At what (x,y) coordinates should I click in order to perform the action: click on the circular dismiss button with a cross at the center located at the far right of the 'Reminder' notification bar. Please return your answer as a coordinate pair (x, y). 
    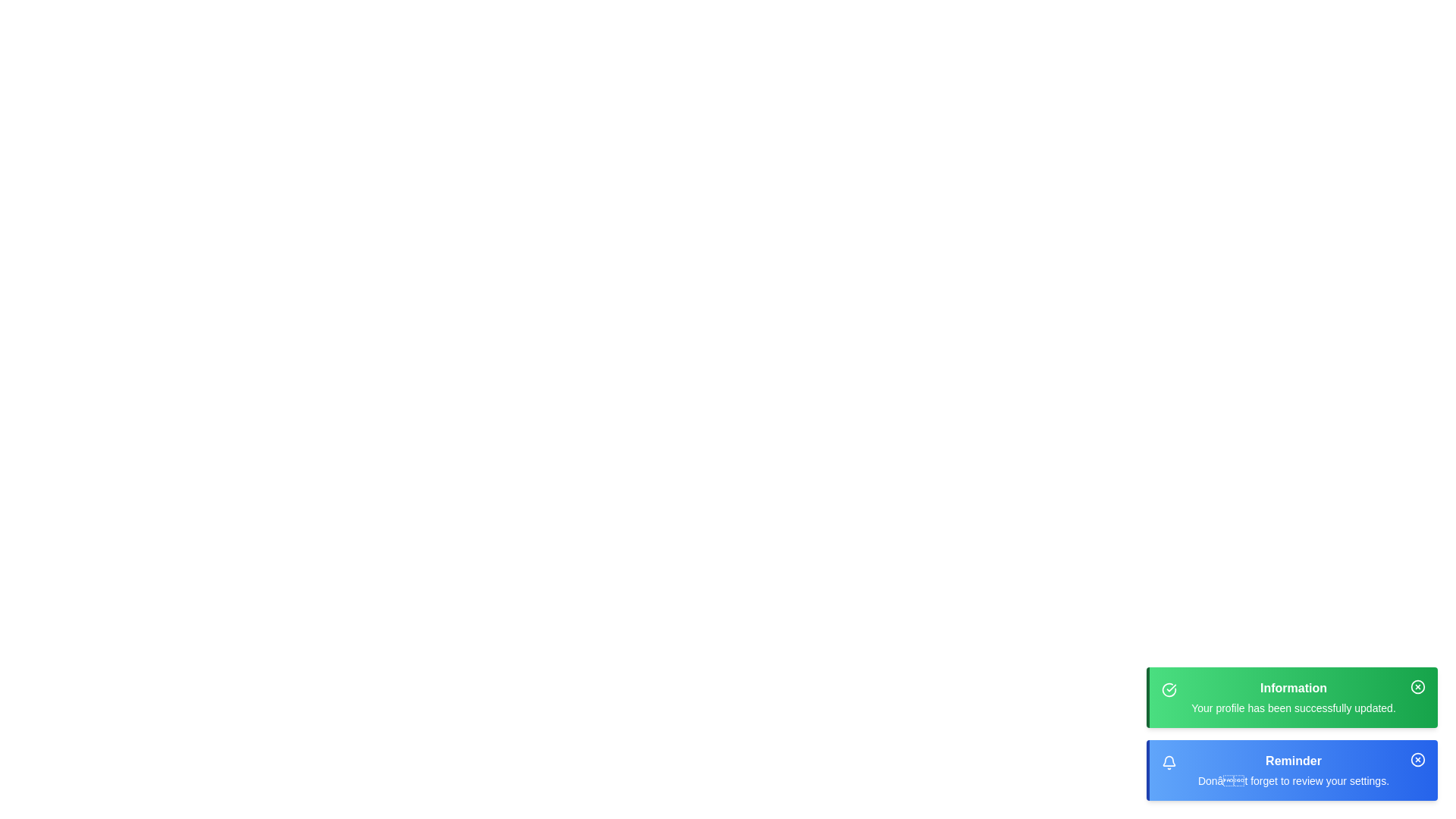
    Looking at the image, I should click on (1417, 760).